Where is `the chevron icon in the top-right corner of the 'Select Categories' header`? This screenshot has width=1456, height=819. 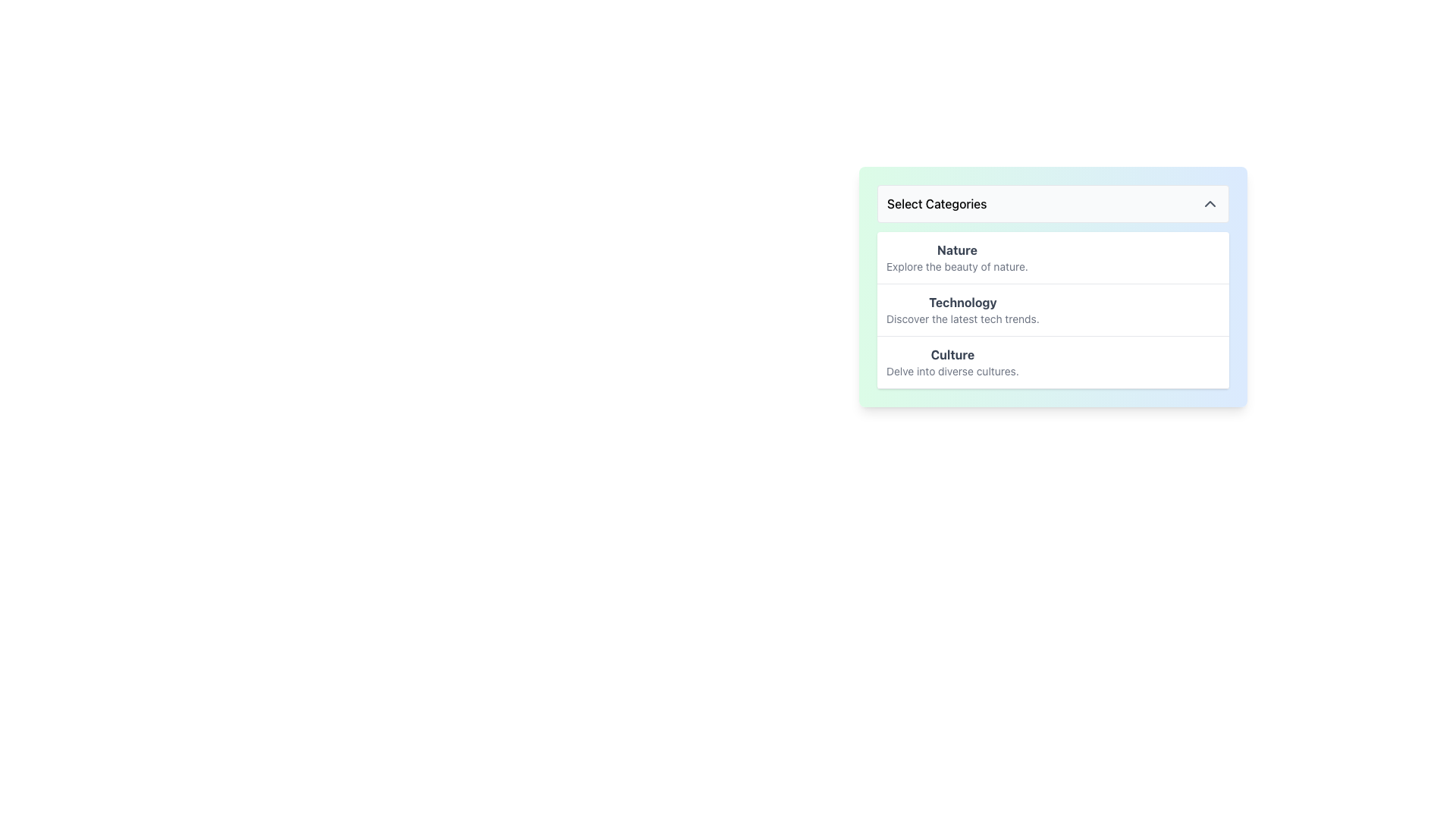 the chevron icon in the top-right corner of the 'Select Categories' header is located at coordinates (1210, 203).